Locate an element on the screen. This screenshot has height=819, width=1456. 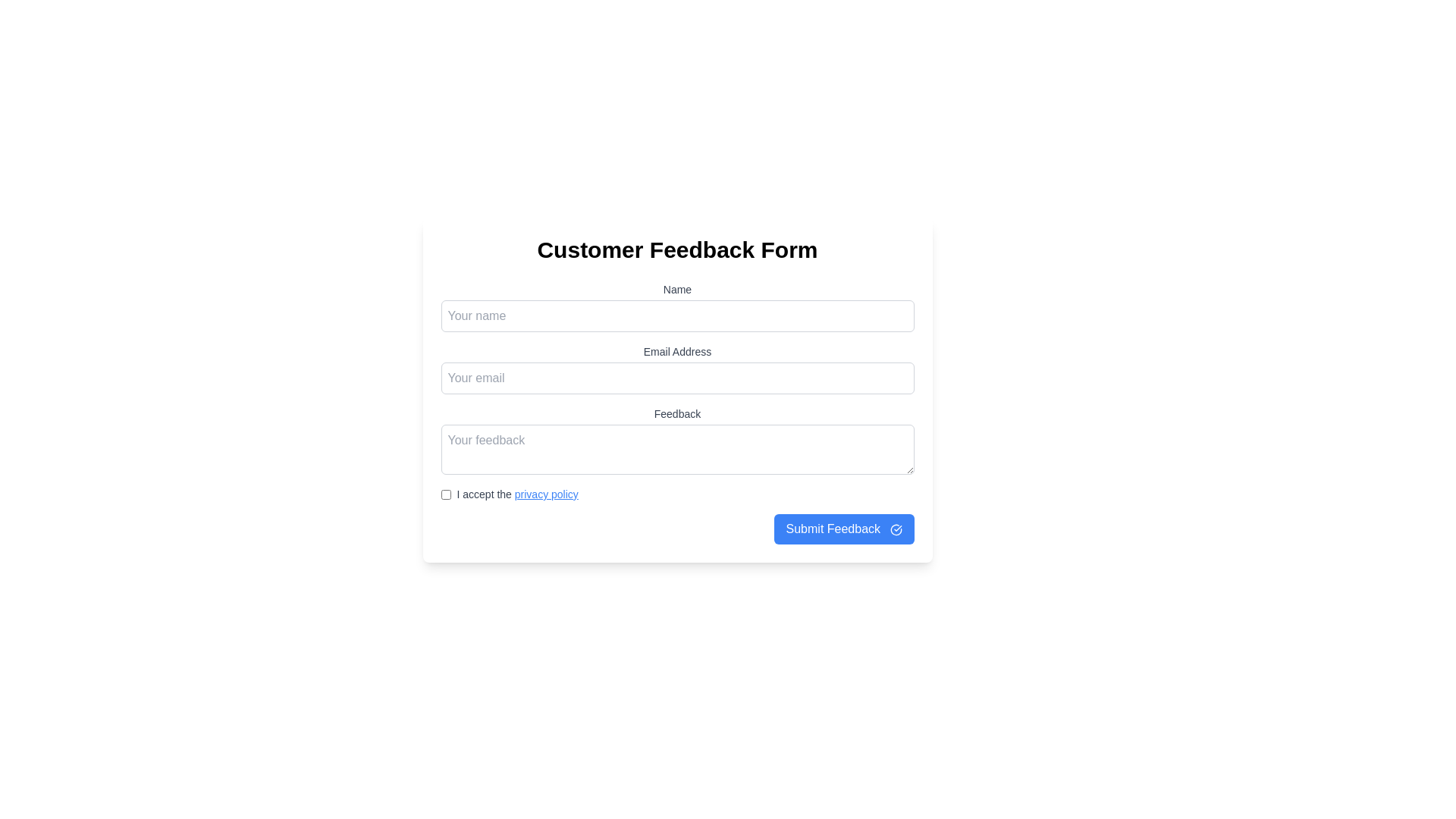
the hyperlink that directs the user to the privacy policy section, located to the right of the text 'I accept the' near the bottom of the form is located at coordinates (546, 494).